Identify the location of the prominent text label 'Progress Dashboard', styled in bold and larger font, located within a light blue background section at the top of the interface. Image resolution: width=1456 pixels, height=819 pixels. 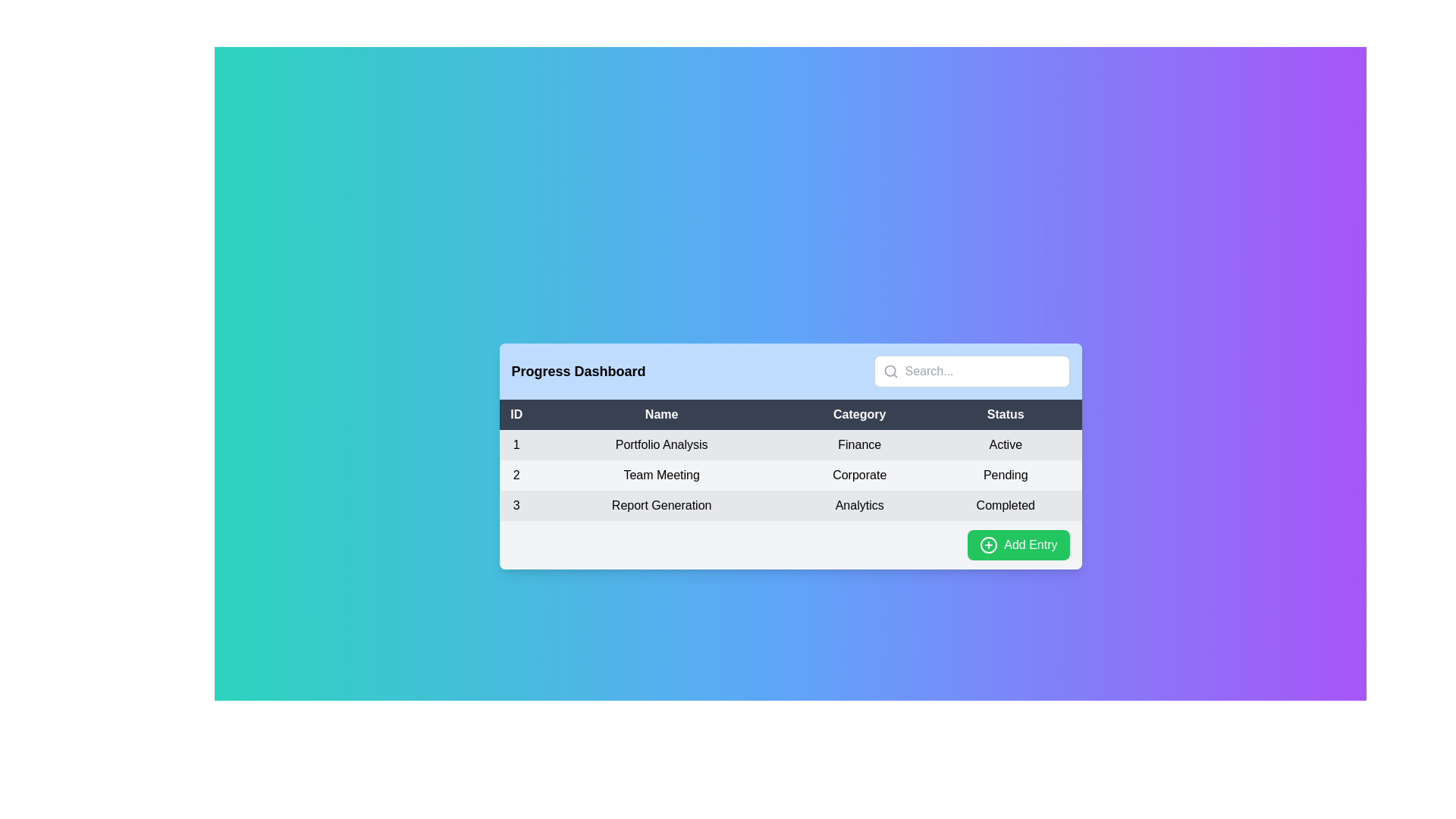
(578, 371).